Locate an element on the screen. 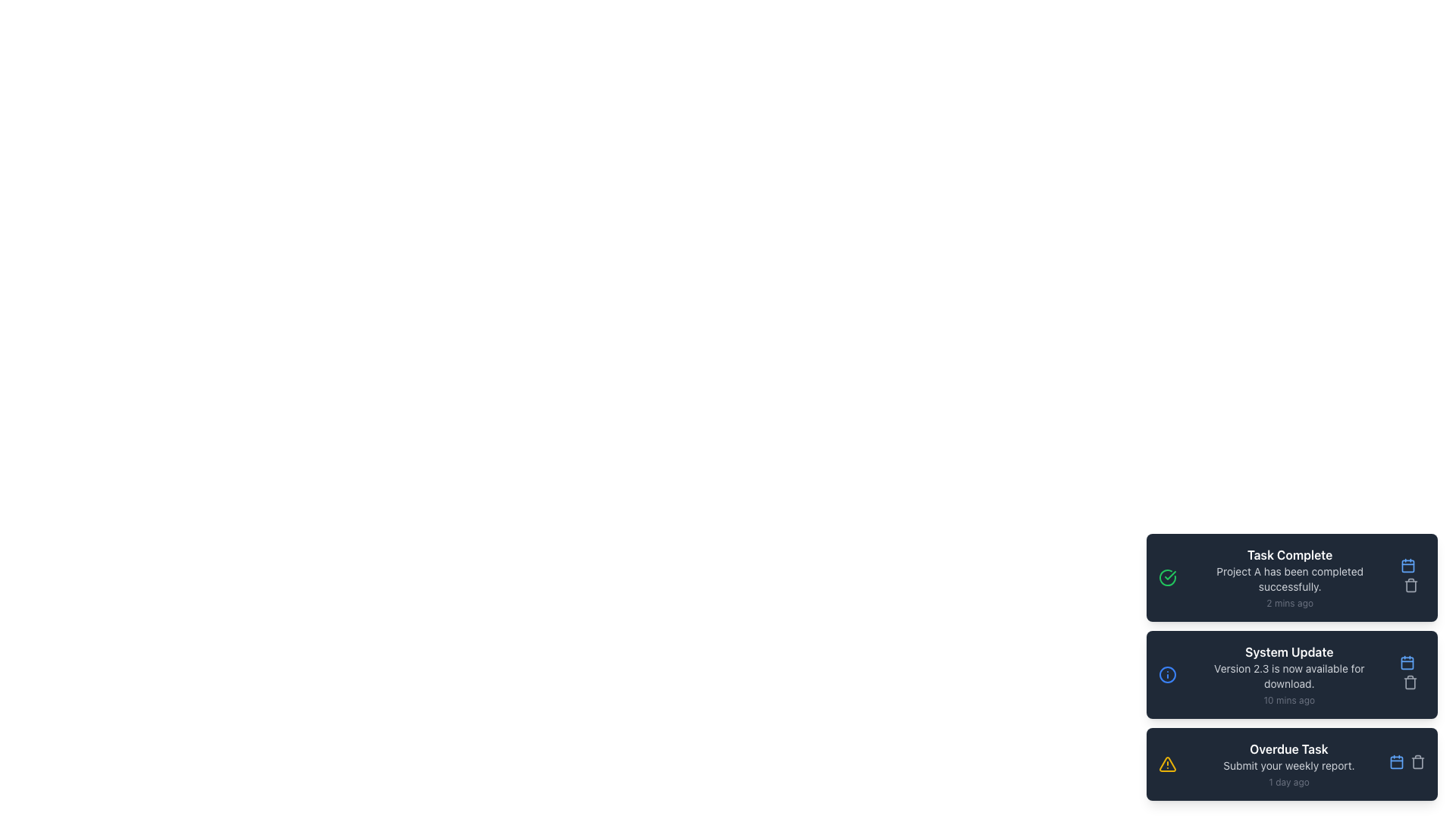  the overdue task notification icon located at the leftmost part of the bottom notification box, which visually alerts the user about the associated overdue task notification is located at coordinates (1167, 764).